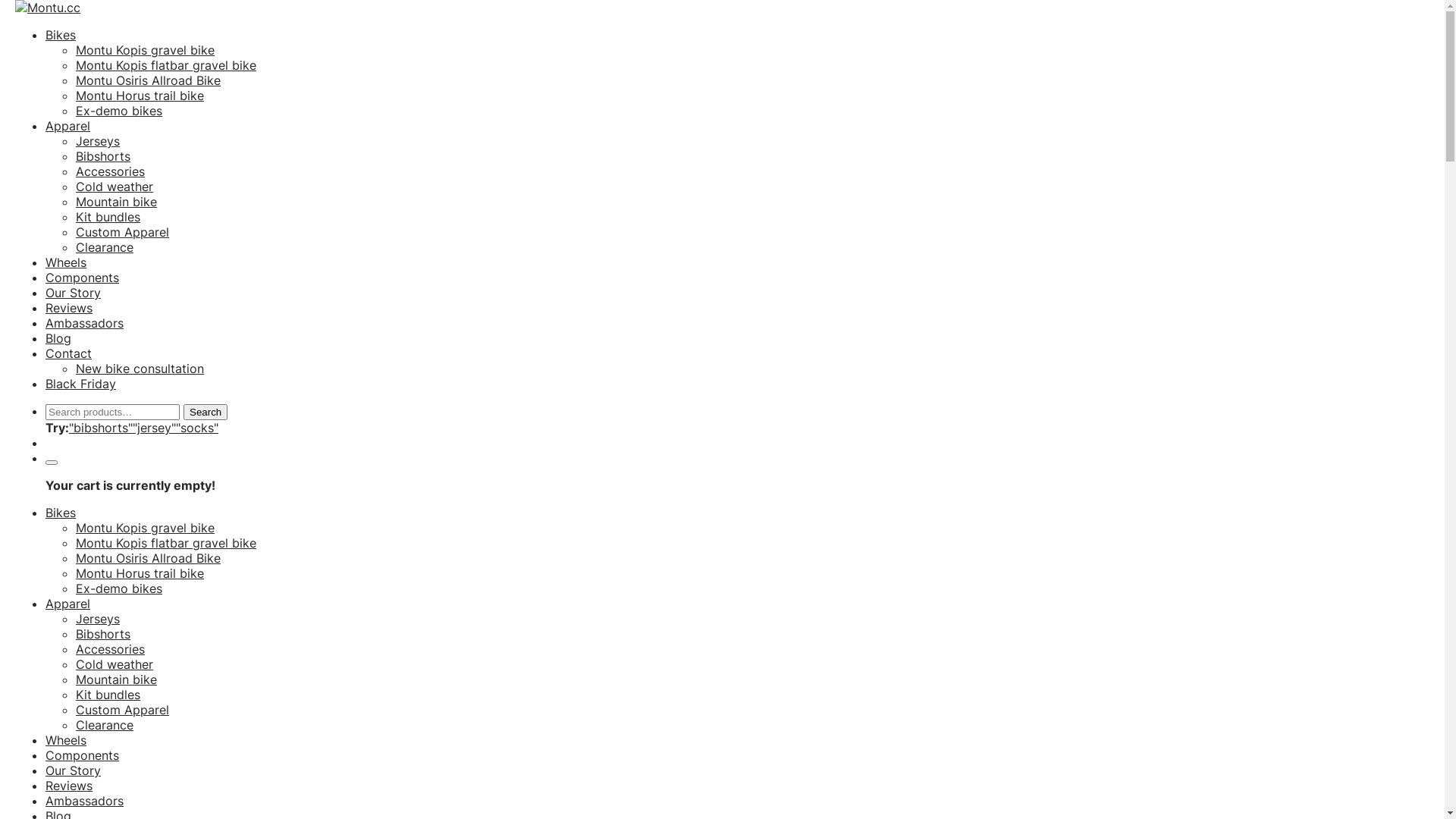  Describe the element at coordinates (75, 140) in the screenshot. I see `'Jerseys'` at that location.